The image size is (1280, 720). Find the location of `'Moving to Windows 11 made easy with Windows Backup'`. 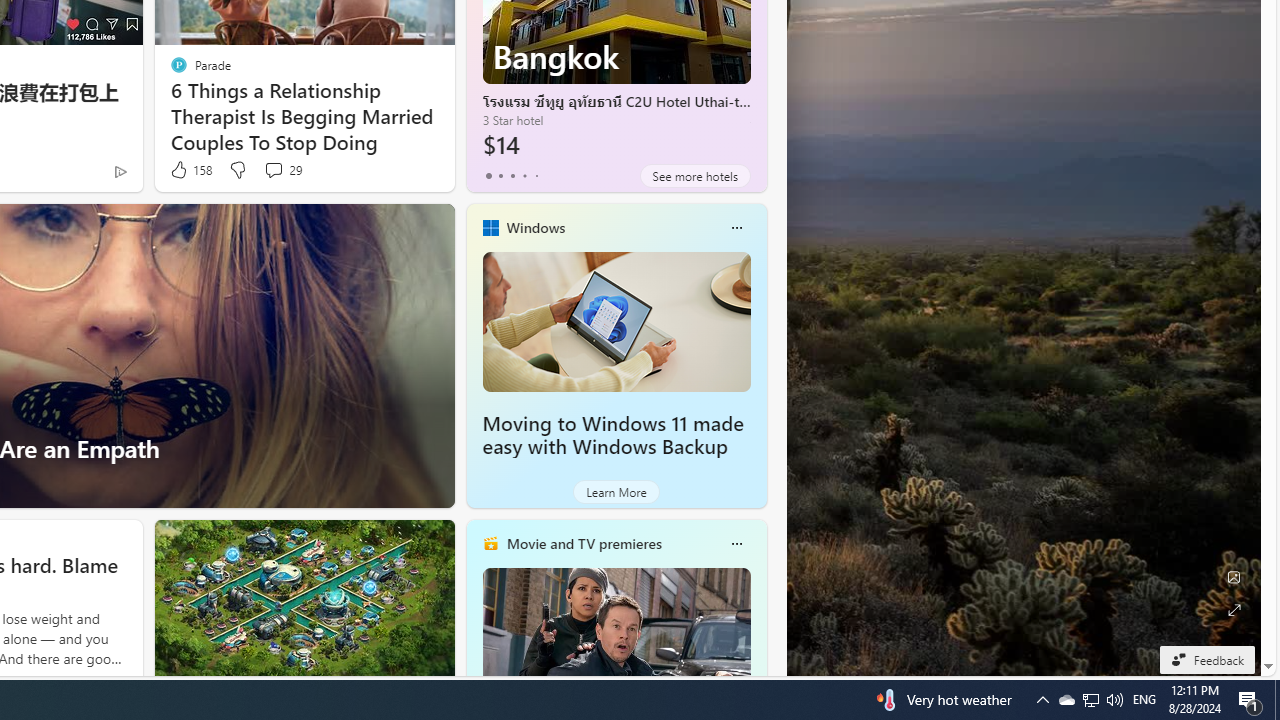

'Moving to Windows 11 made easy with Windows Backup' is located at coordinates (615, 320).